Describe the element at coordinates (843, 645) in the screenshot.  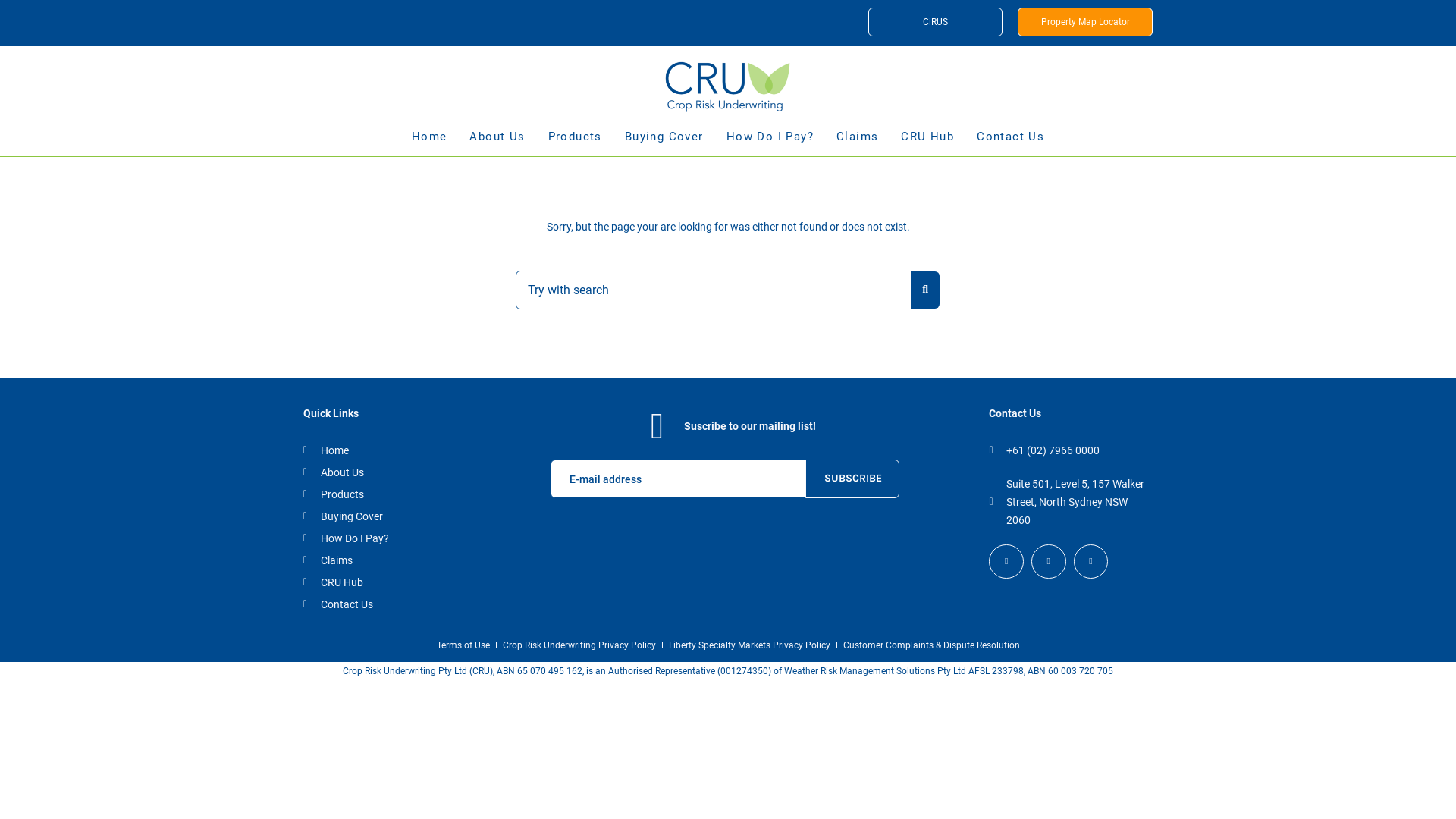
I see `'Customer Complaints & Dispute Resolution'` at that location.